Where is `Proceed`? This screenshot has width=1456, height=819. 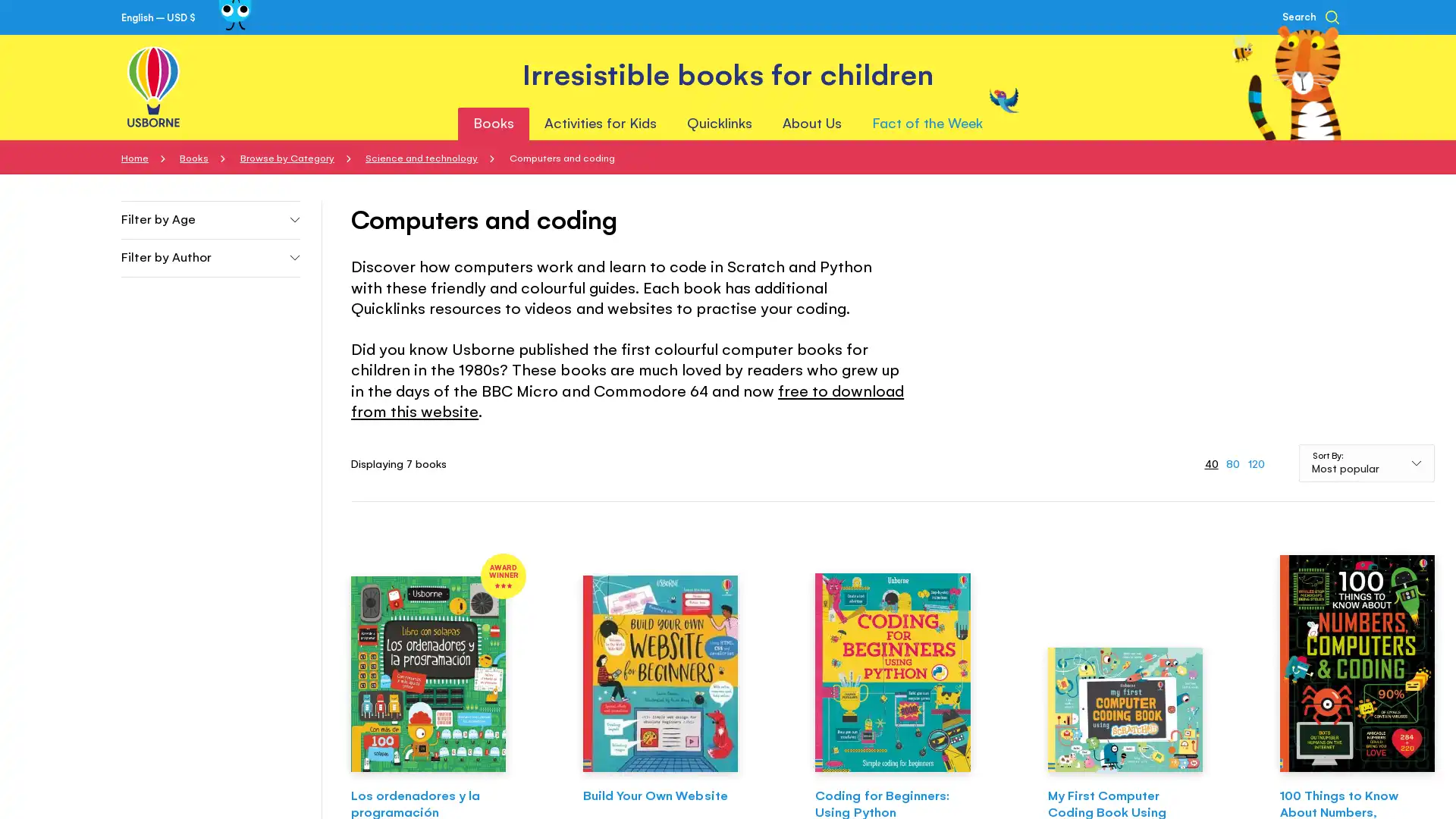 Proceed is located at coordinates (552, 346).